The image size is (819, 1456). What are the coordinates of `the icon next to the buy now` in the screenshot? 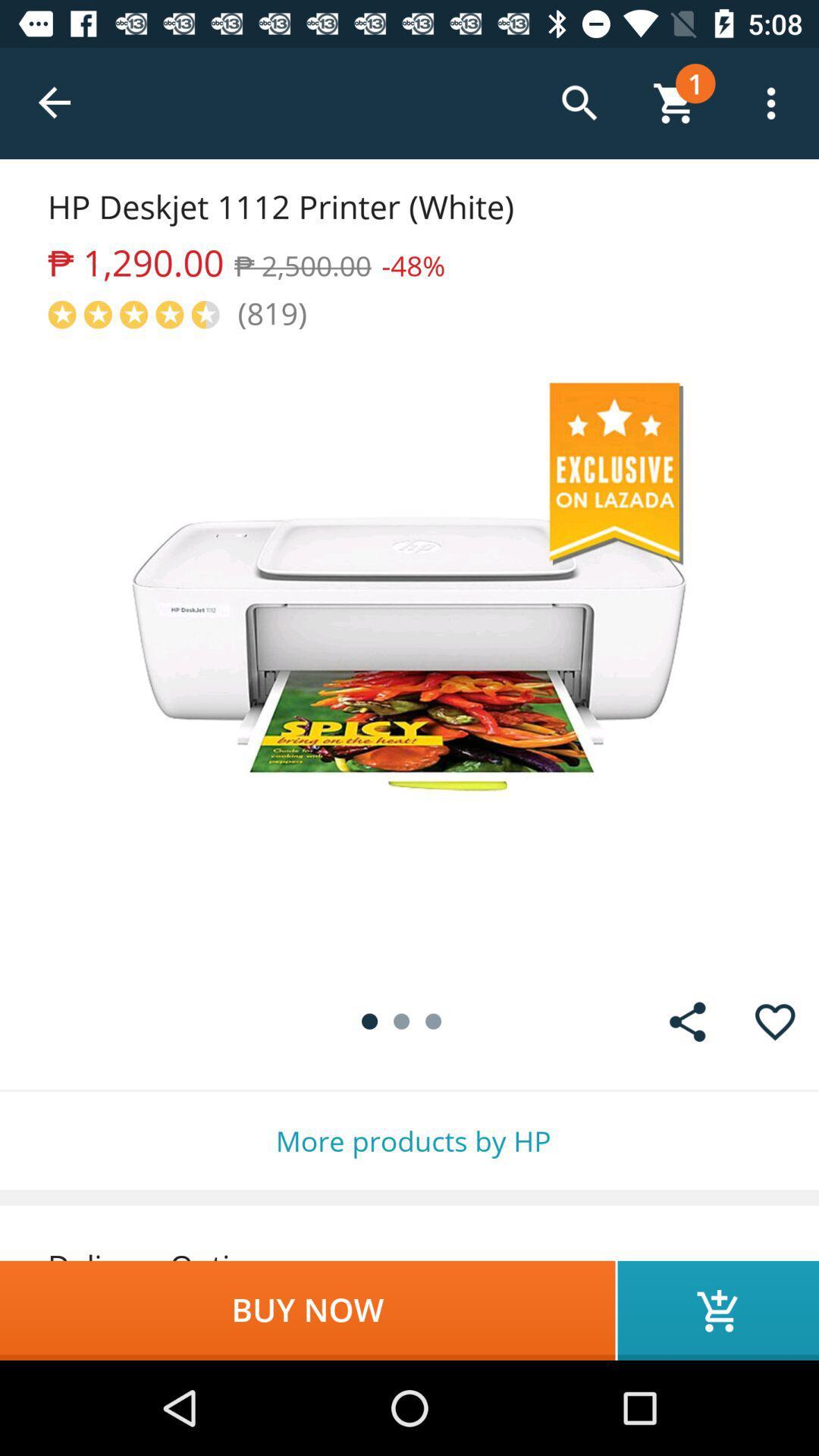 It's located at (717, 1310).